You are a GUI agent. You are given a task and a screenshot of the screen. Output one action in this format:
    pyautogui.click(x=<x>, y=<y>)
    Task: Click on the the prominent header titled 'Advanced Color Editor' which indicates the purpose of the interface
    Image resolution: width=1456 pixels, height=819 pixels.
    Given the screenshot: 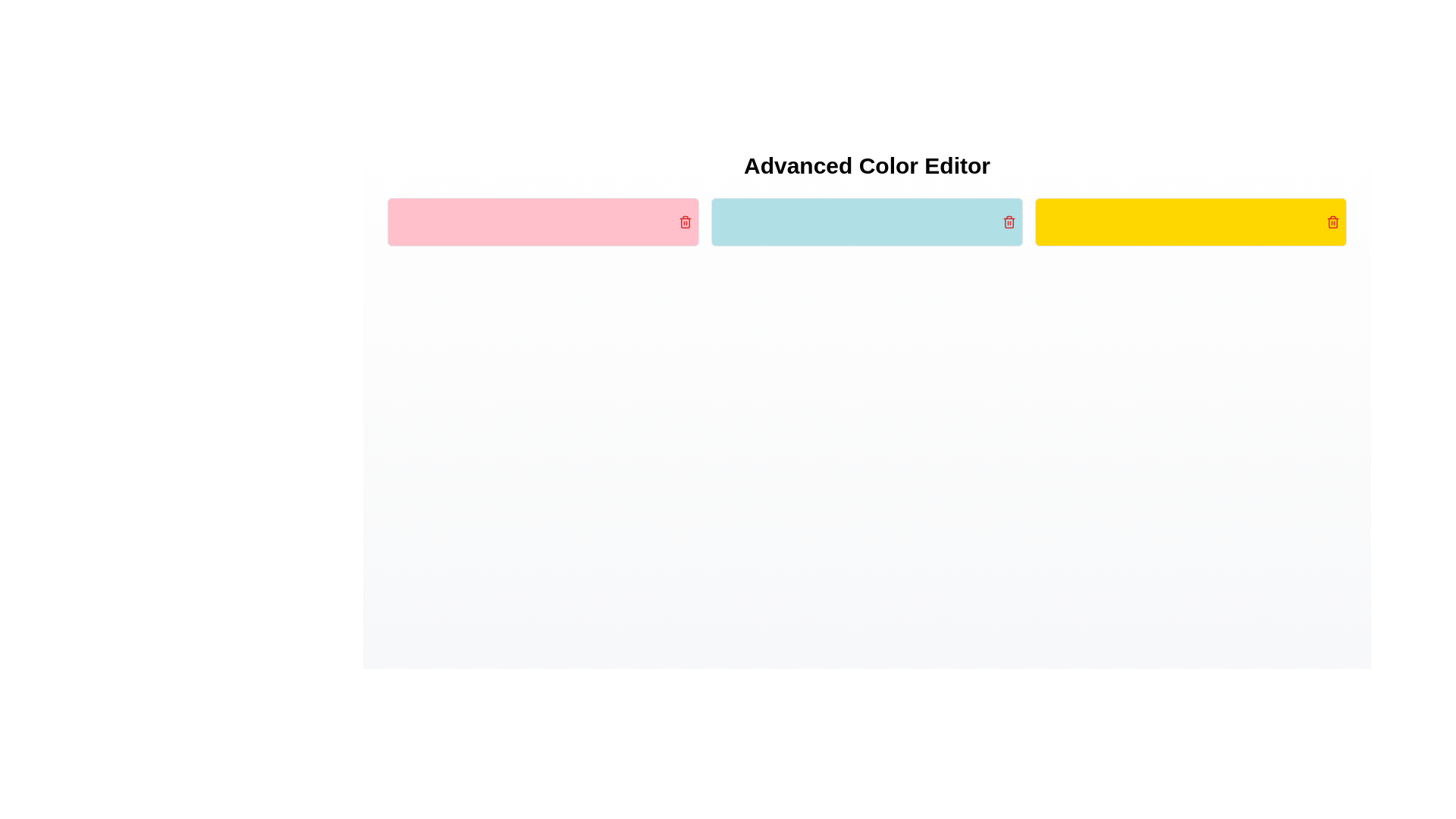 What is the action you would take?
    pyautogui.click(x=867, y=166)
    